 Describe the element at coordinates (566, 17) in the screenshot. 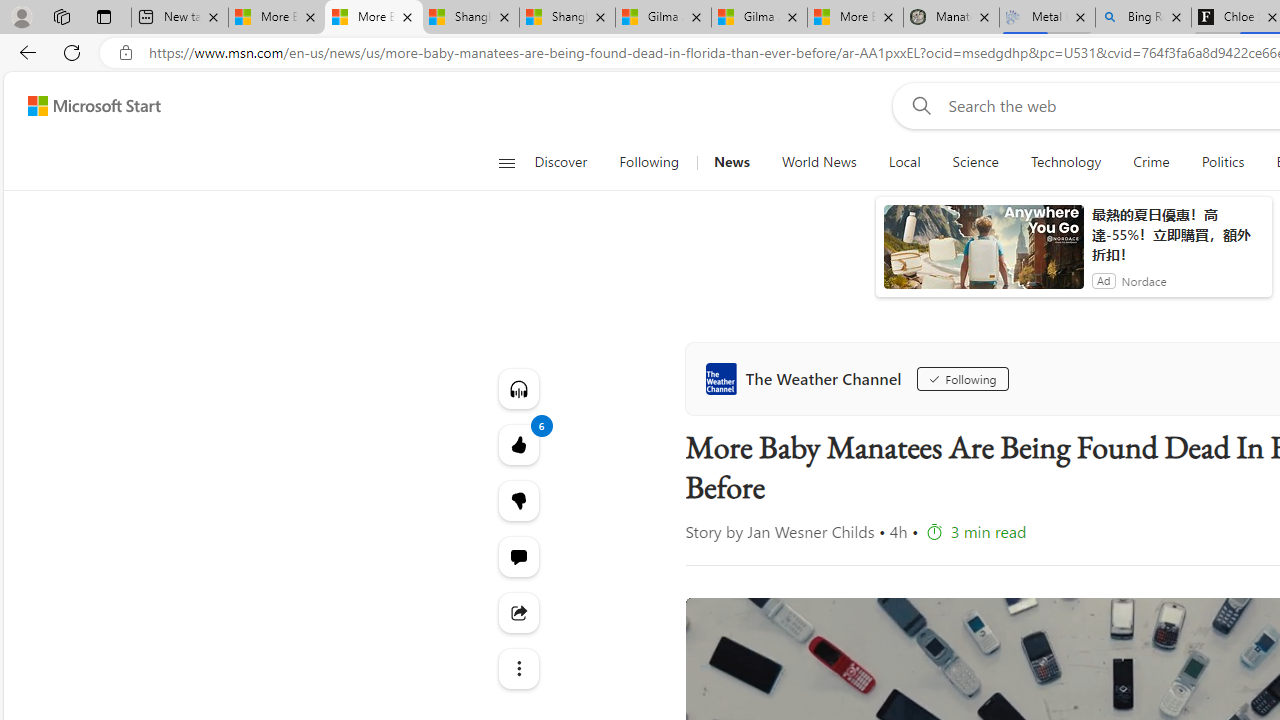

I see `'Shanghai, China weather forecast | Microsoft Weather'` at that location.